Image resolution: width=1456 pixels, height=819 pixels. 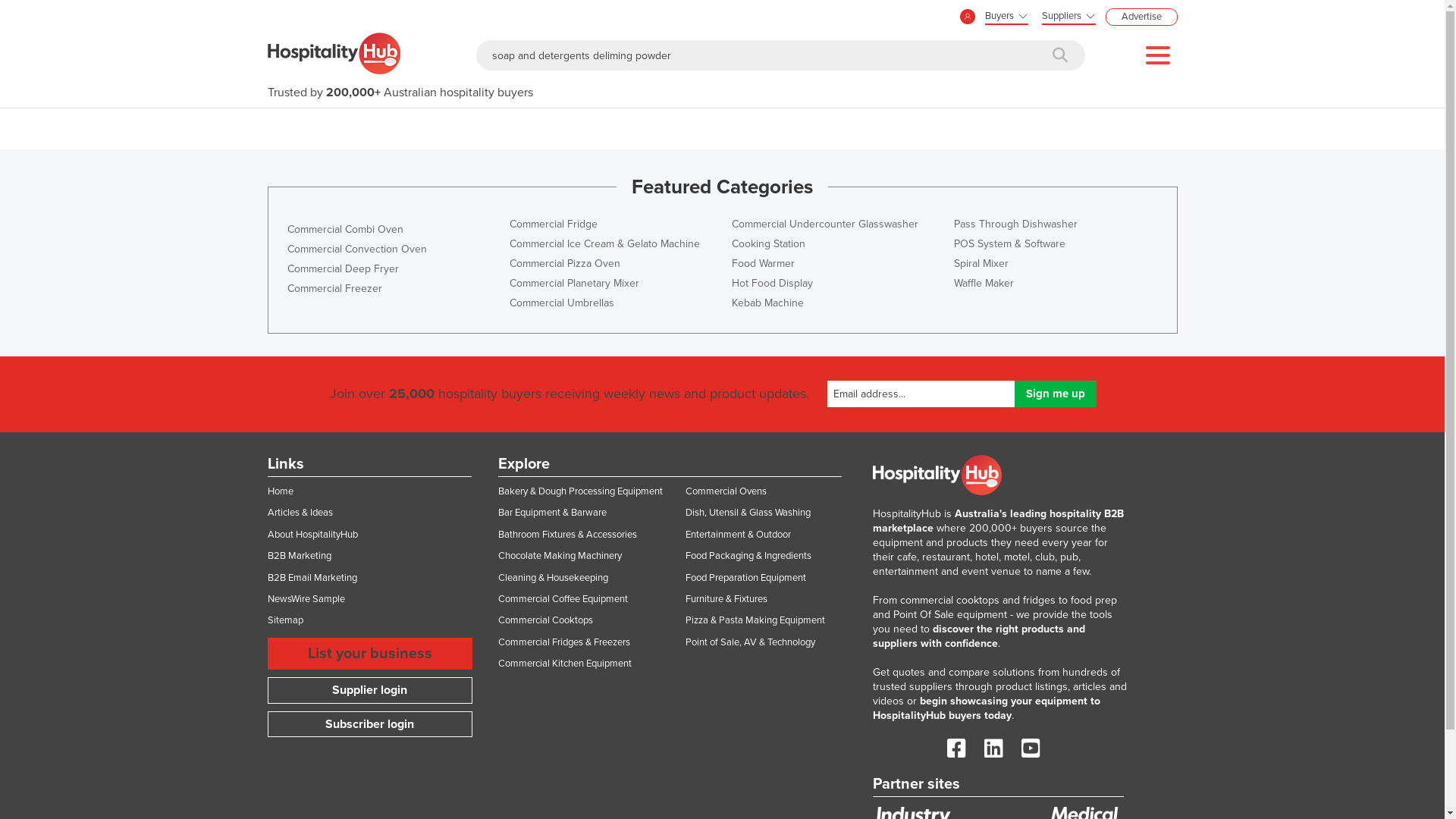 What do you see at coordinates (299, 512) in the screenshot?
I see `'Articles & Ideas'` at bounding box center [299, 512].